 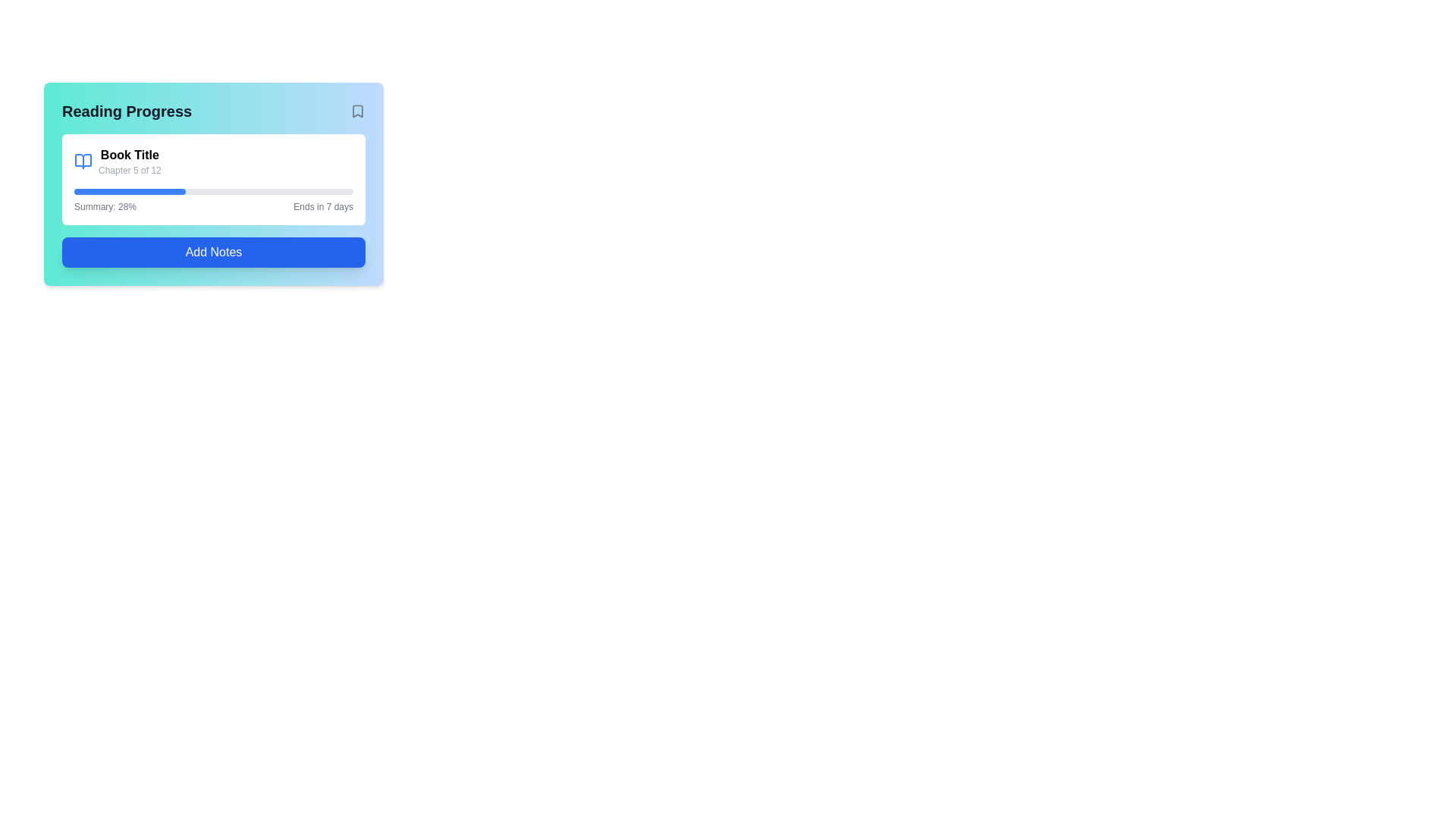 What do you see at coordinates (83, 161) in the screenshot?
I see `the small blue open book icon located in the 'Reading Progress' card, which is positioned to the left of the 'Book Title' and 'Chapter 5 of 12' text` at bounding box center [83, 161].